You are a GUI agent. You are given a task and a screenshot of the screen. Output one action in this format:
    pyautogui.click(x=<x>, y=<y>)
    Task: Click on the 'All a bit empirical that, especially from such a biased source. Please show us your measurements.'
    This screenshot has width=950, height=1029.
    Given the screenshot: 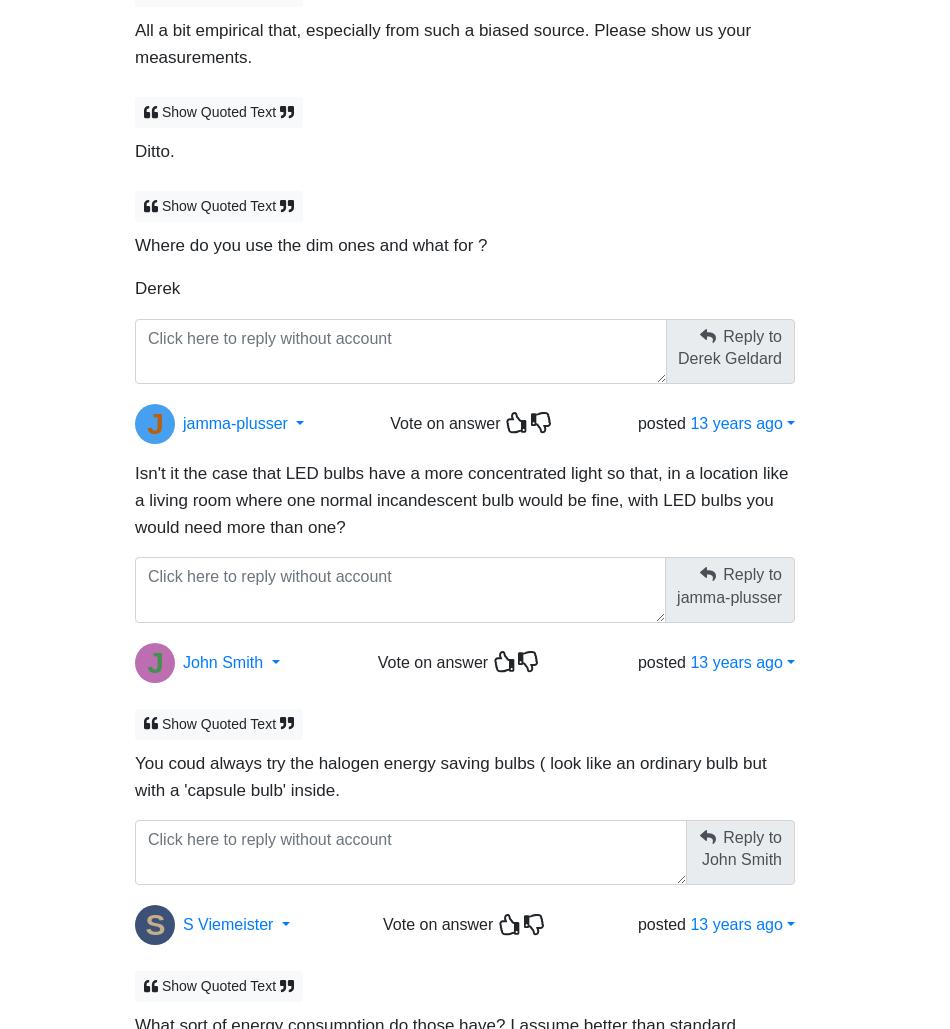 What is the action you would take?
    pyautogui.click(x=441, y=33)
    